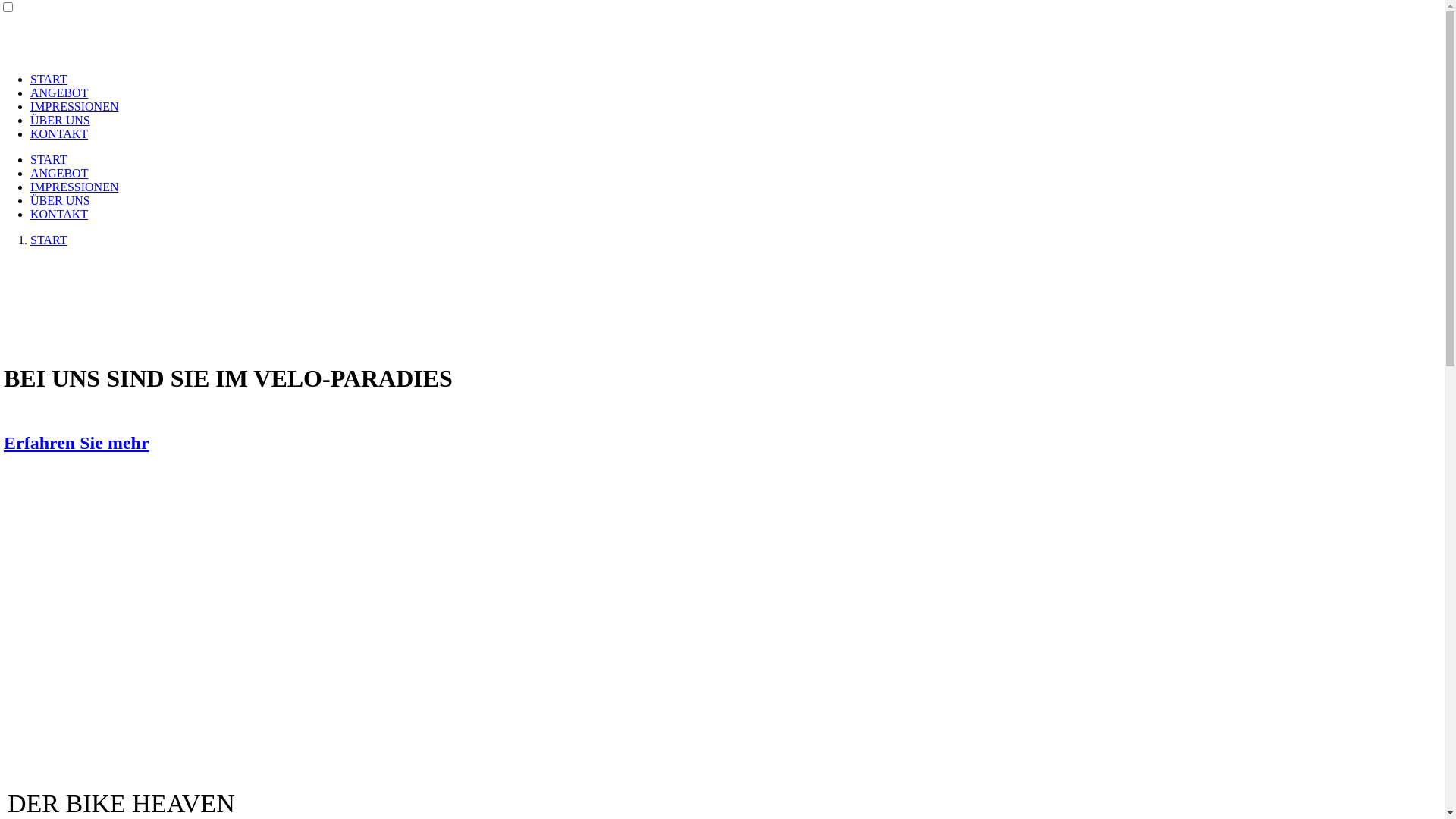 The height and width of the screenshot is (819, 1456). What do you see at coordinates (58, 93) in the screenshot?
I see `'ANGEBOT'` at bounding box center [58, 93].